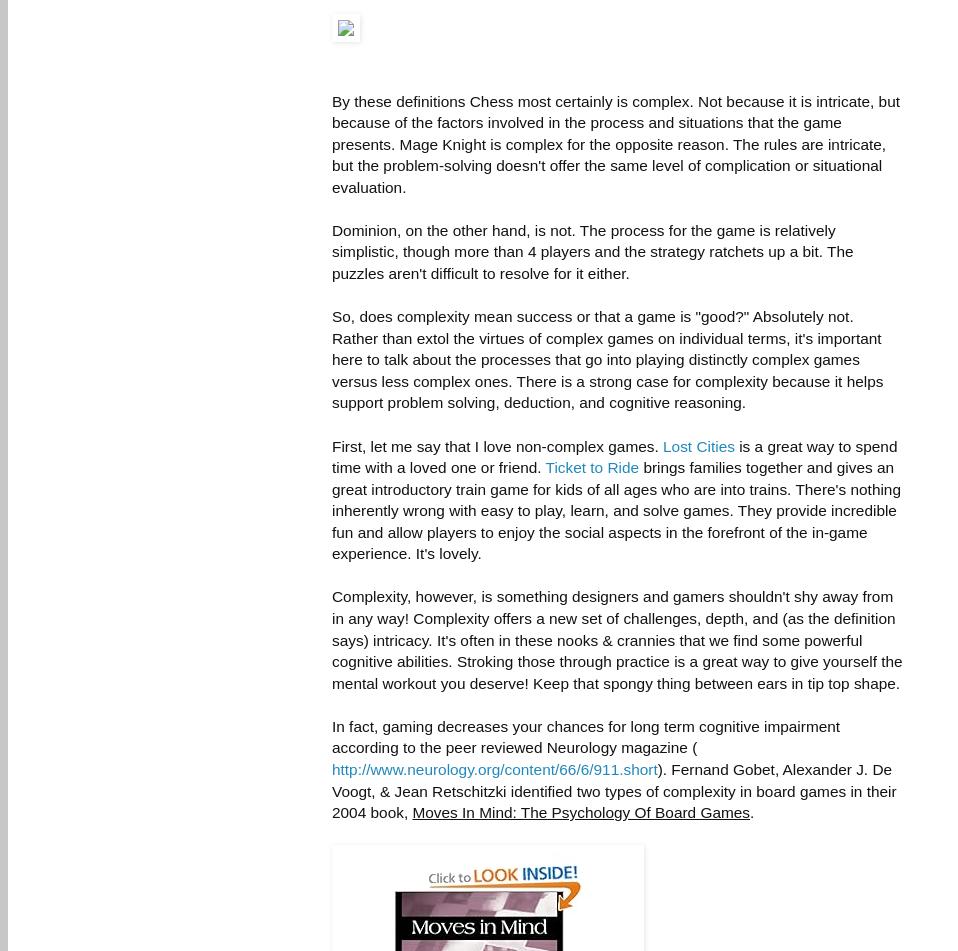 Image resolution: width=958 pixels, height=951 pixels. I want to click on 'First, let me say that I love non-complex games.', so click(496, 445).